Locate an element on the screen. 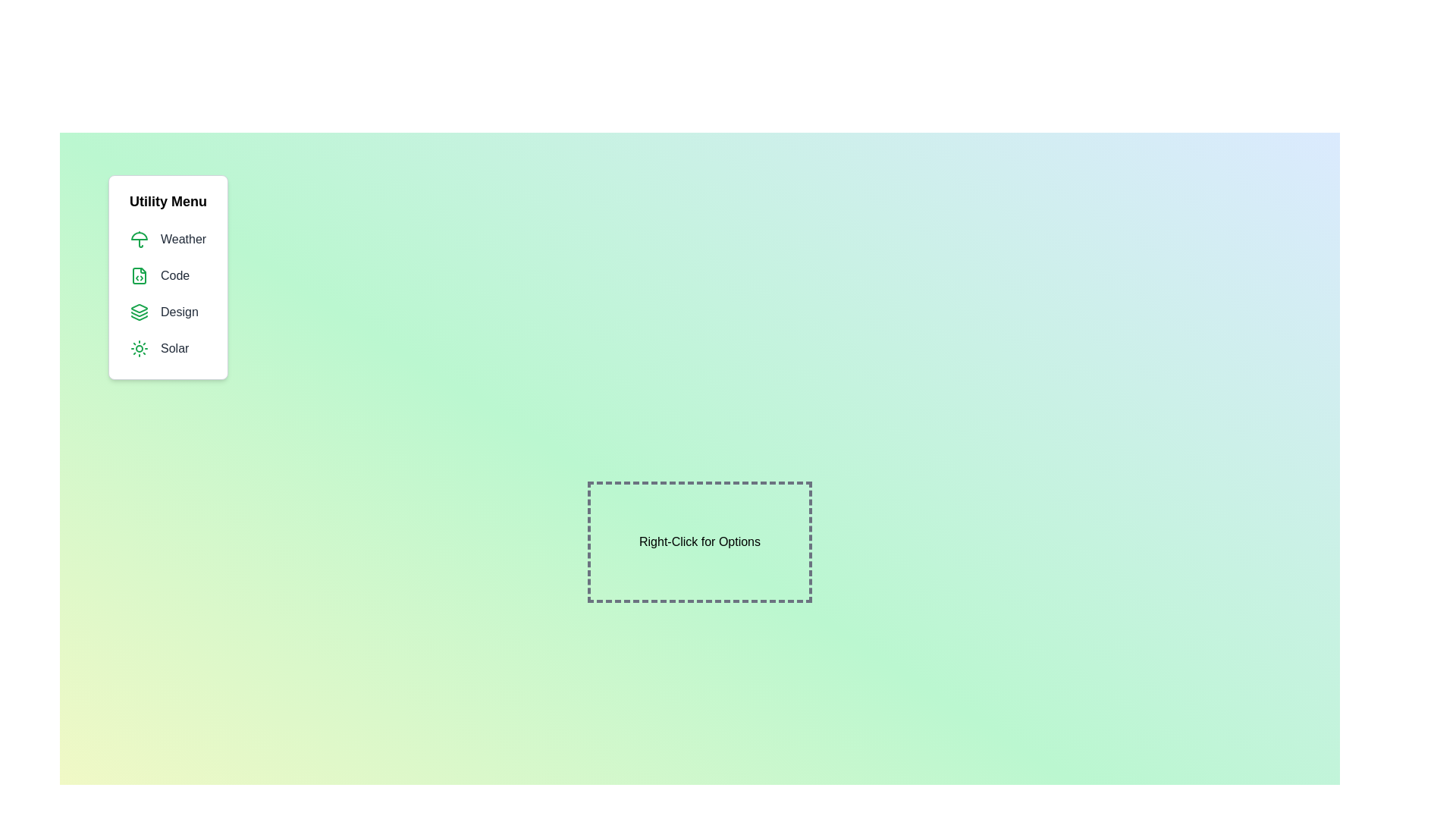 The height and width of the screenshot is (819, 1456). the menu item Design from the menu is located at coordinates (168, 312).